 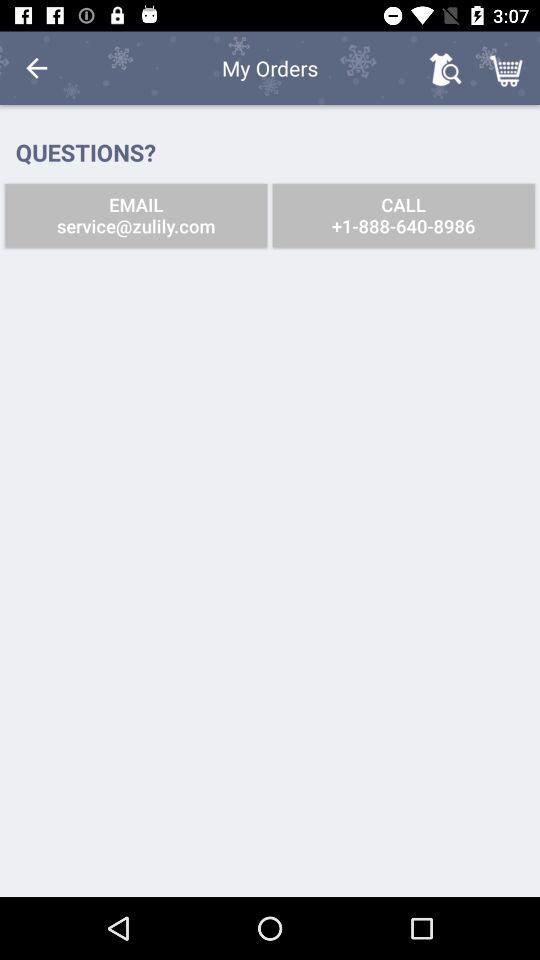 I want to click on the icon next to the my orders, so click(x=445, y=68).